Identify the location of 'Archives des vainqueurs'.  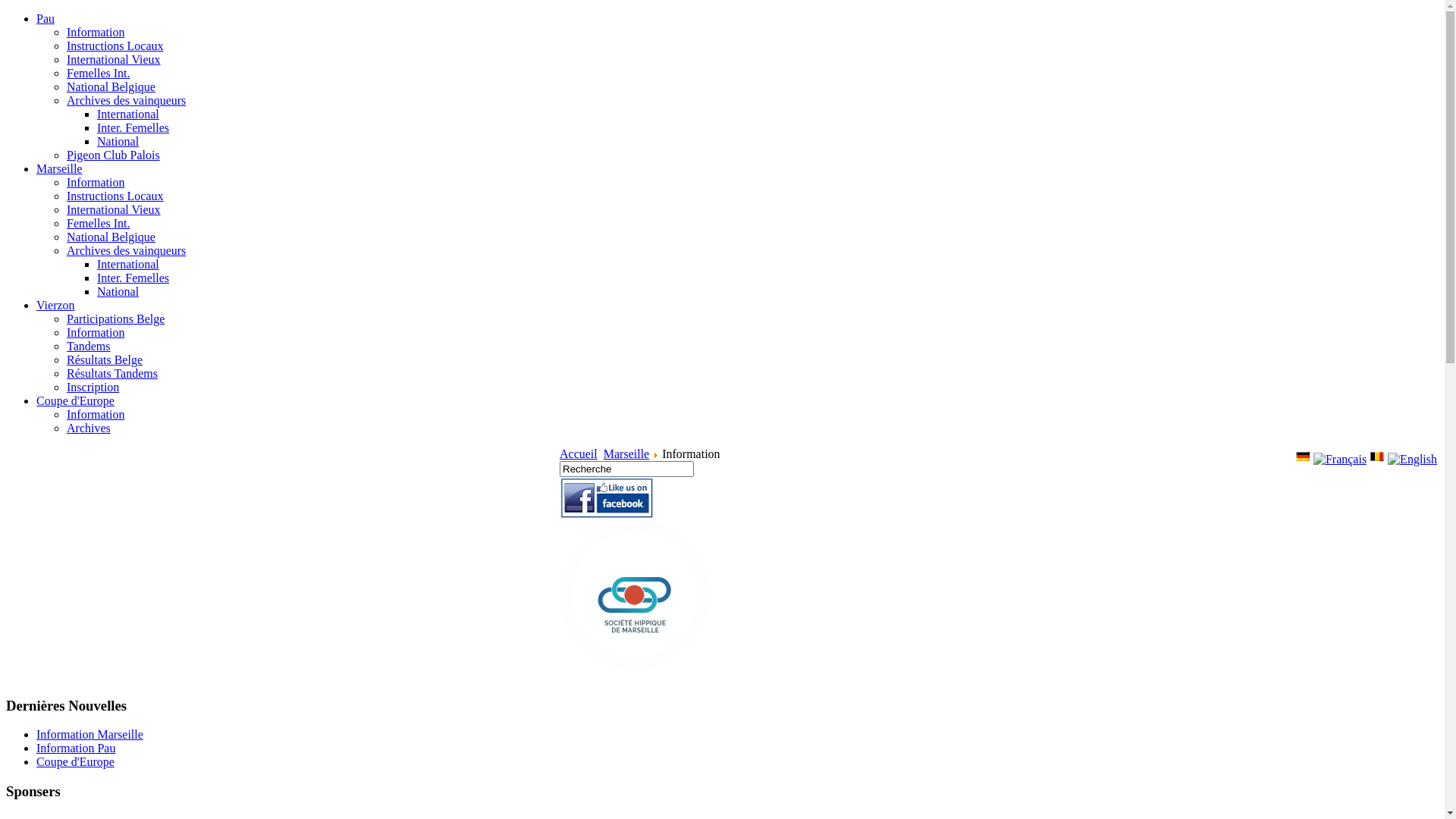
(65, 249).